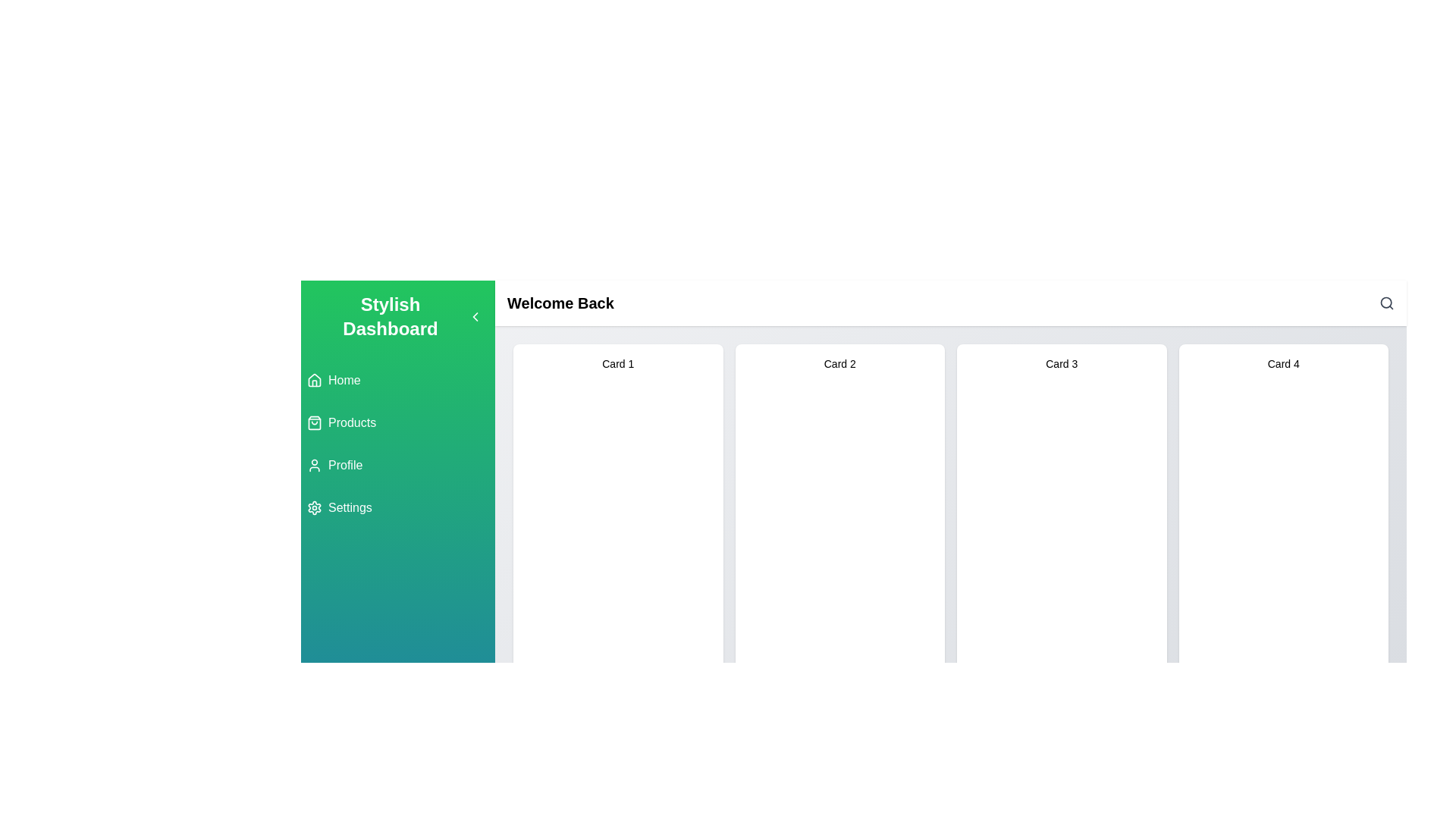 The width and height of the screenshot is (1456, 819). Describe the element at coordinates (475, 315) in the screenshot. I see `the left-pointing chevron icon represented as an SVG element located near the top-right of the vertically green 'Stylish Dashboard' interface` at that location.